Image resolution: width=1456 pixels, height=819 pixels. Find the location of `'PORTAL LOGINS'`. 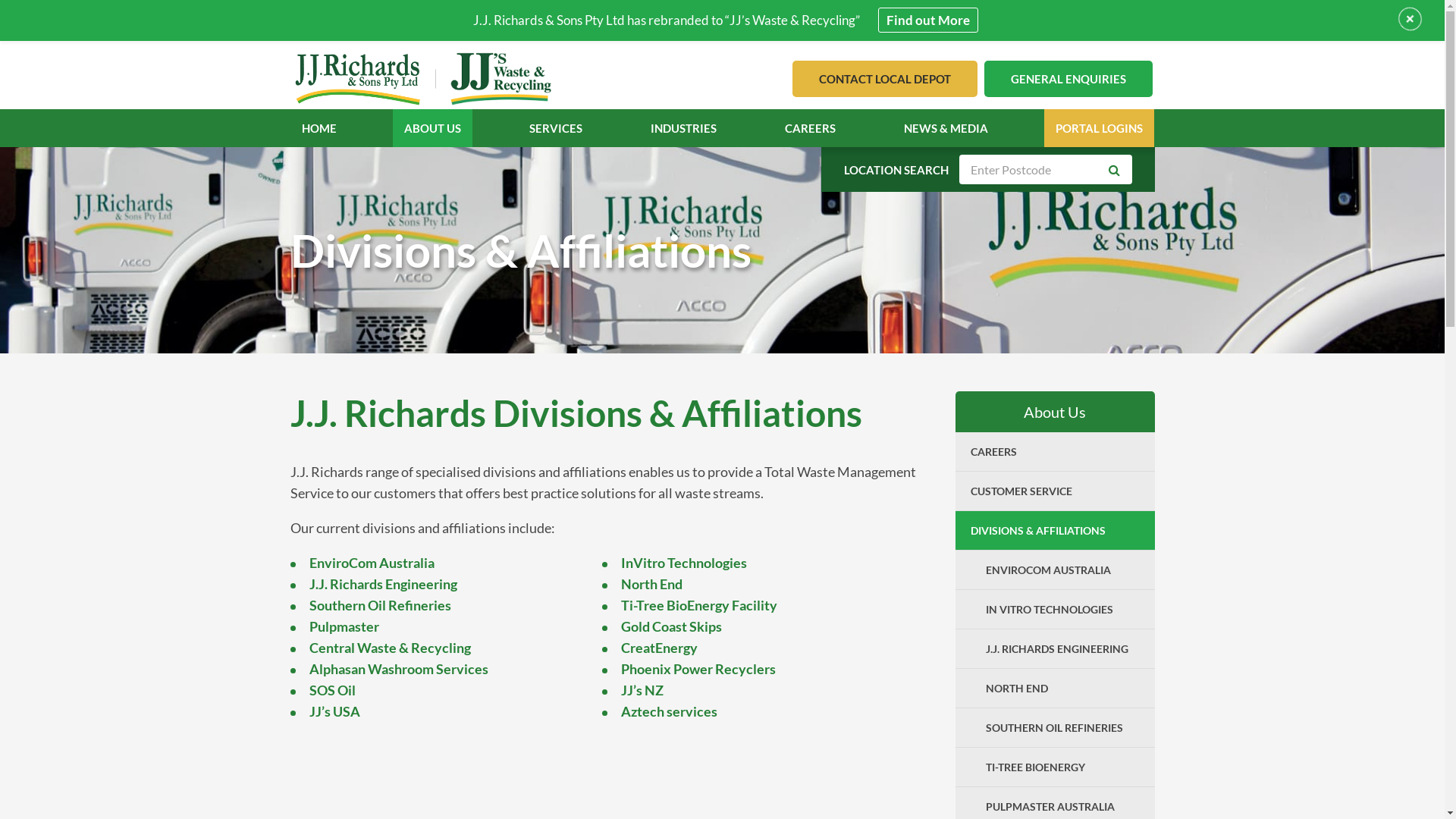

'PORTAL LOGINS' is located at coordinates (1099, 127).